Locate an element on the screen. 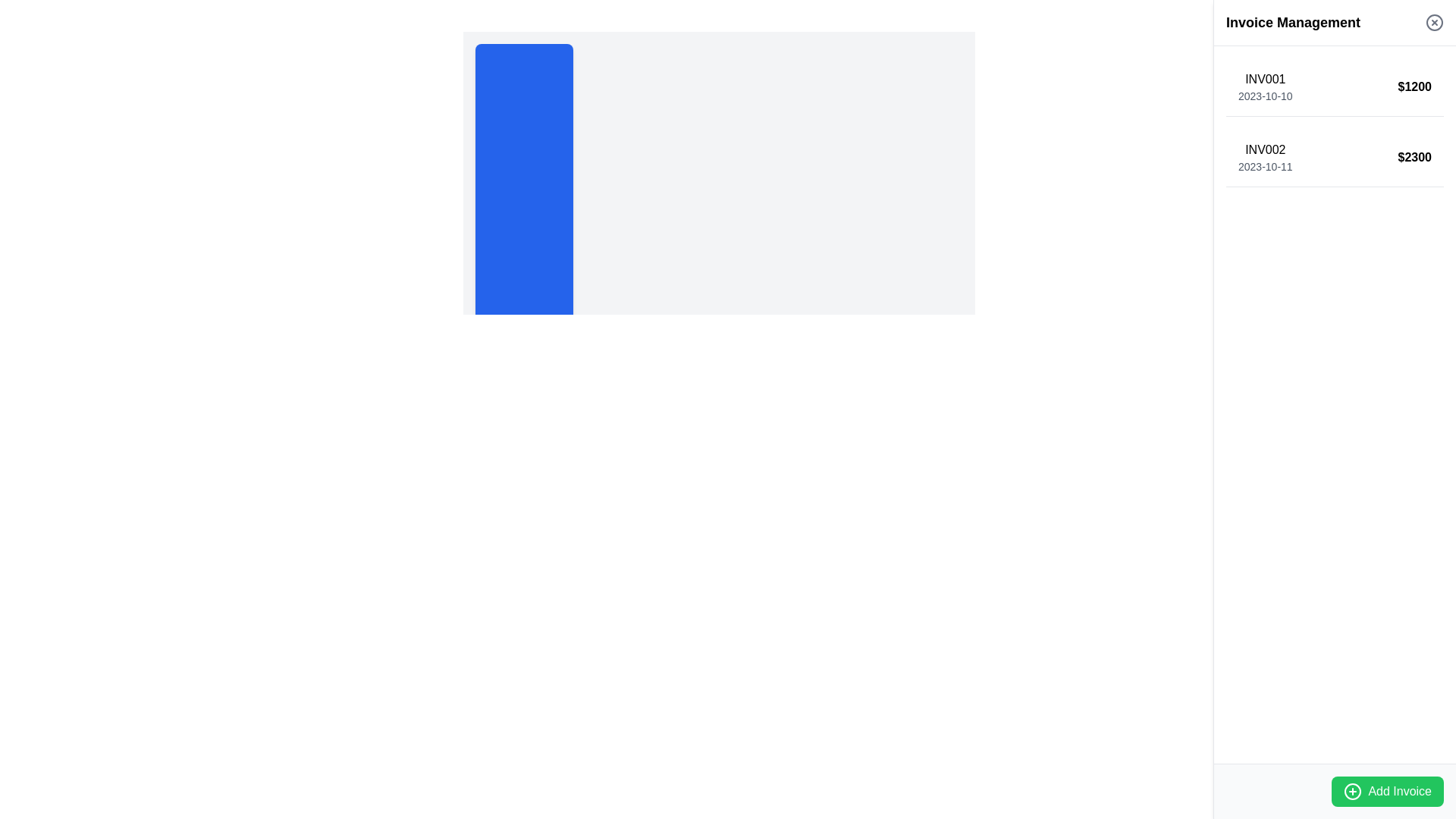  the text label displaying 'INV001' with the date '2023-10-10' in the right sidebar under the 'Invoice Management' heading is located at coordinates (1265, 87).